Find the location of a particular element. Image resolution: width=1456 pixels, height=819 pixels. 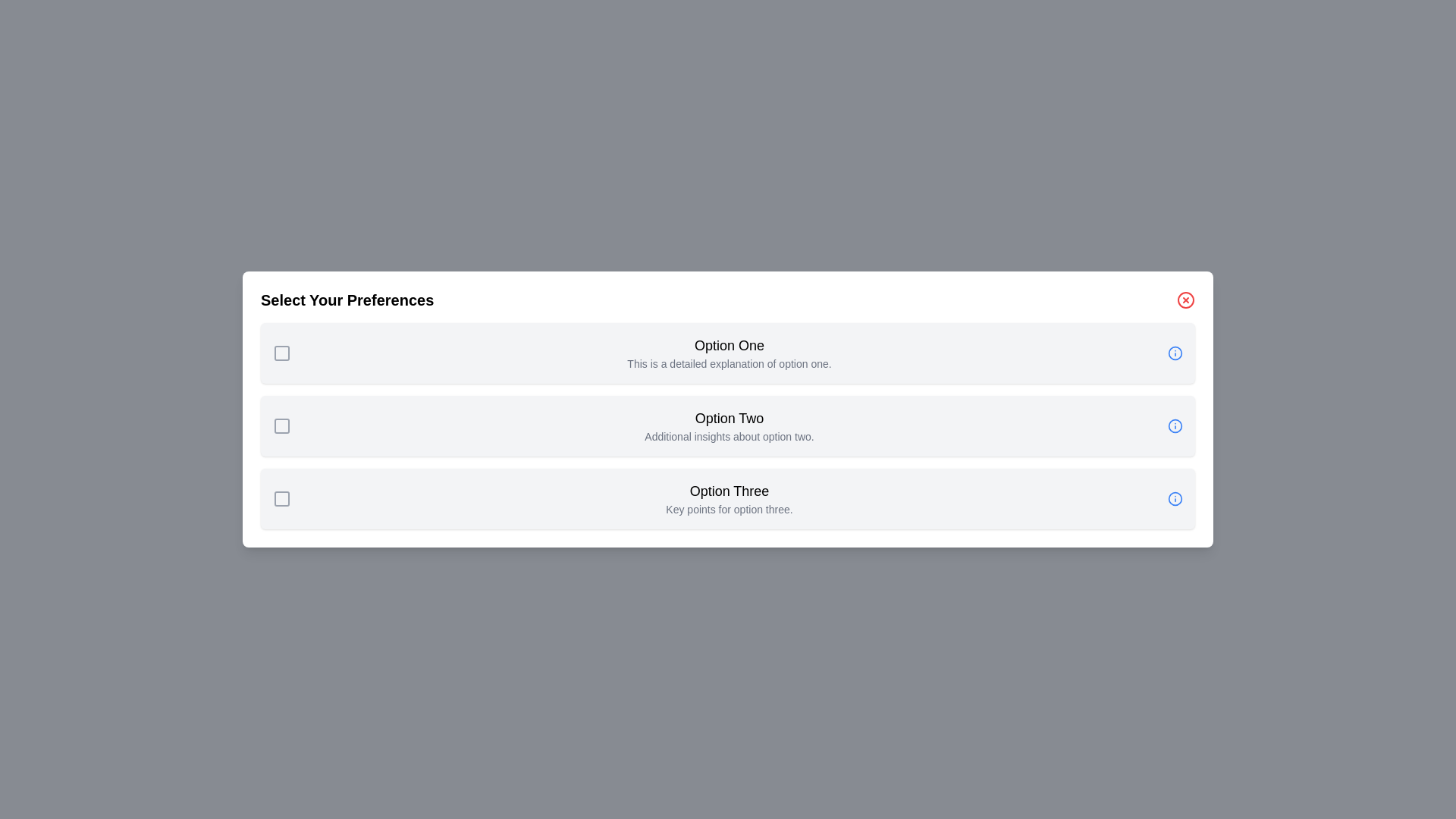

the information icon located at the far right end of the 'Option One' section is located at coordinates (1175, 353).